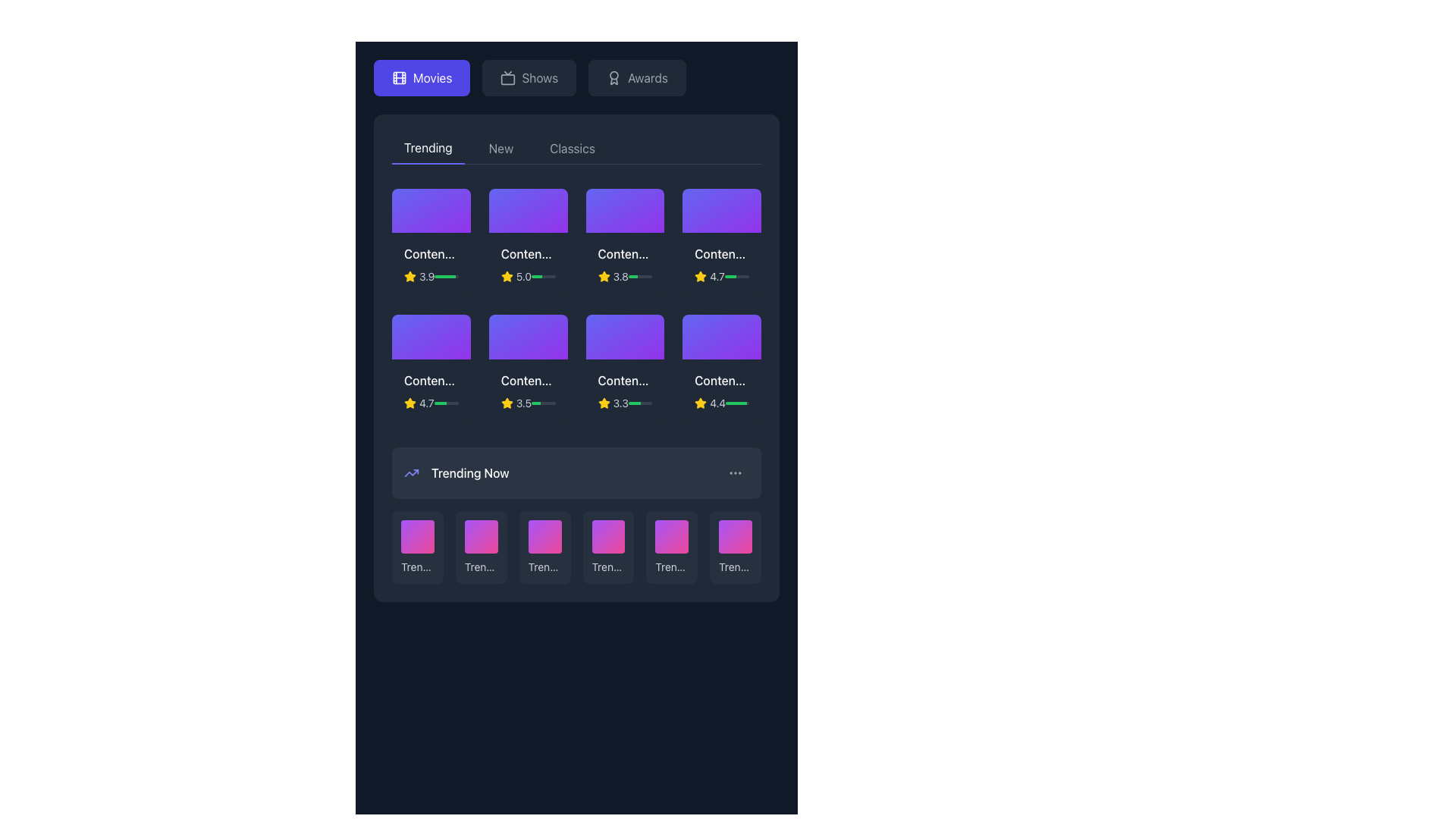 Image resolution: width=1456 pixels, height=819 pixels. I want to click on the 'new' button located in the navigation tab bar, so click(500, 149).